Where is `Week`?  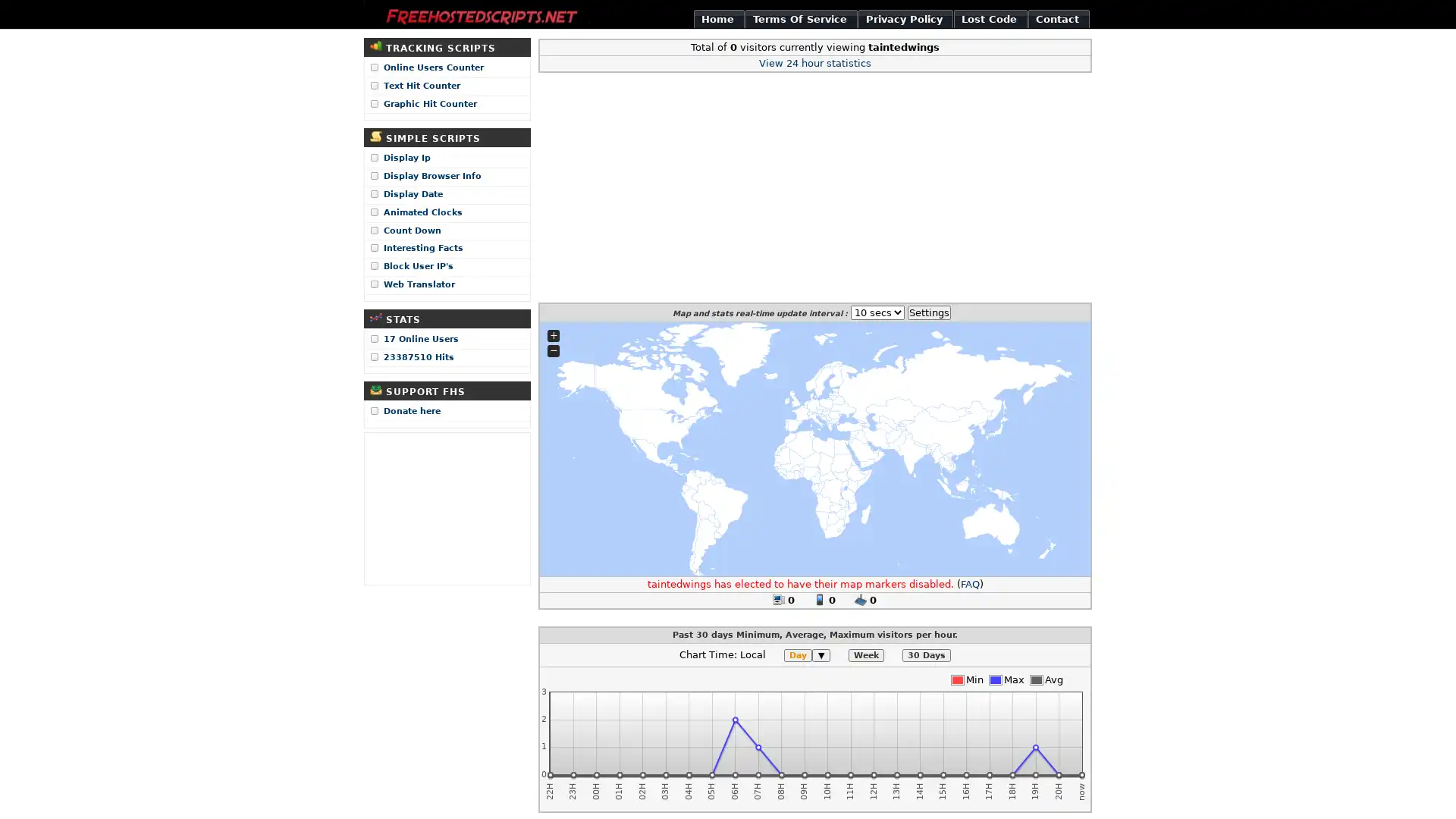 Week is located at coordinates (866, 654).